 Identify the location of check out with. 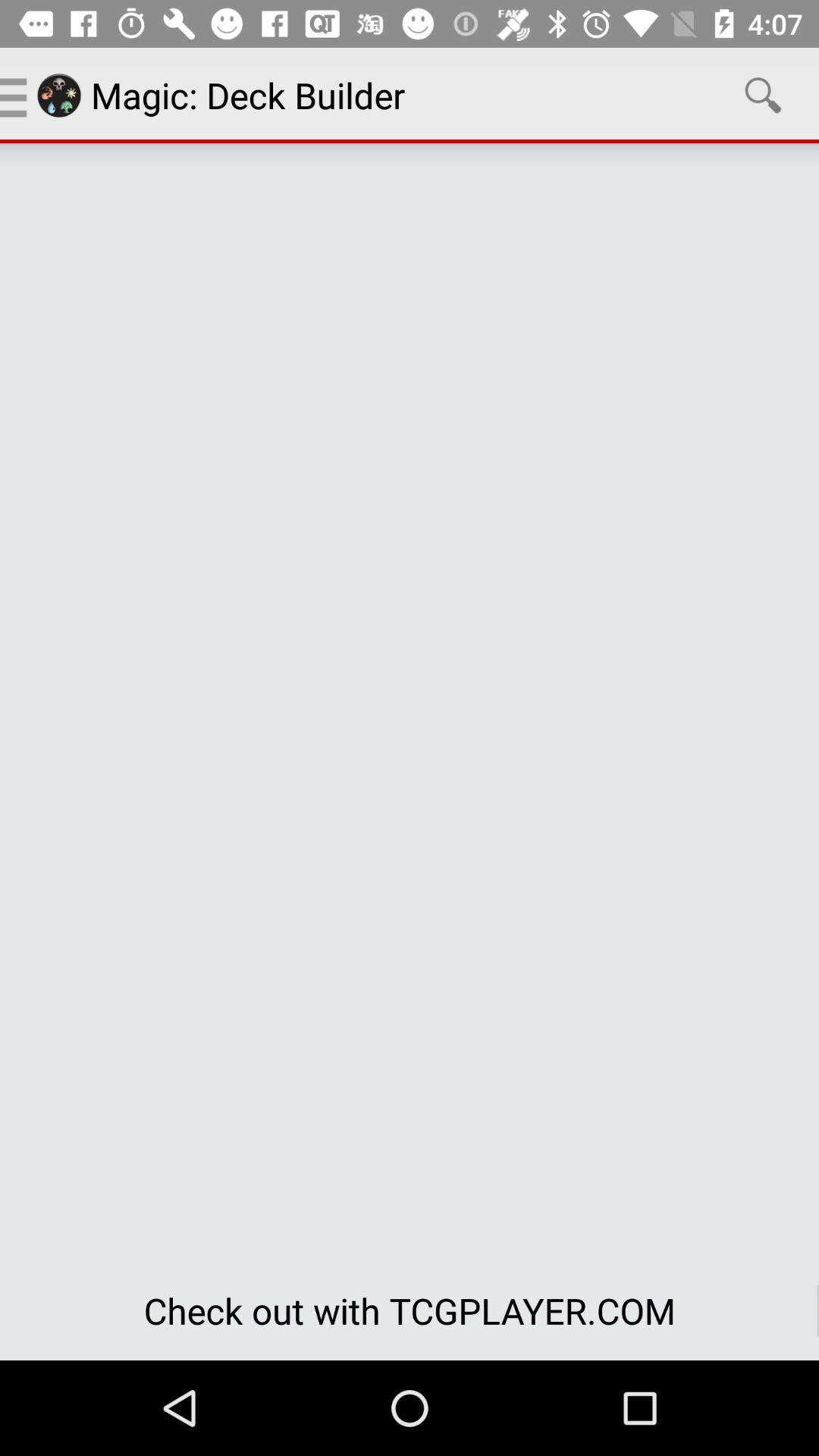
(409, 1310).